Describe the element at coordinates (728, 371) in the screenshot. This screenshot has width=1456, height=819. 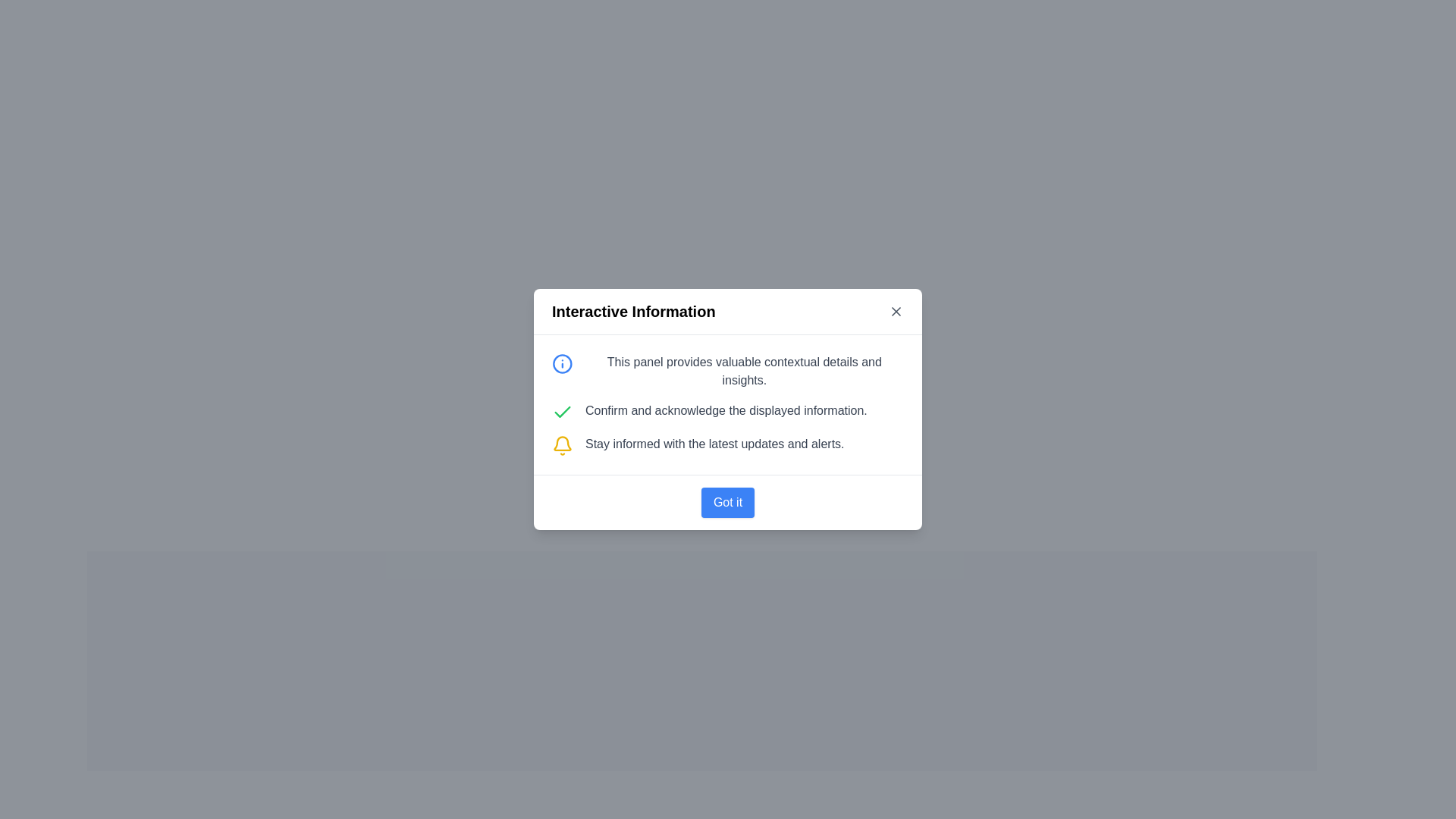
I see `the informational text element at the top of the box that provides contextual information and guidance, which is the first of three stacked sections` at that location.